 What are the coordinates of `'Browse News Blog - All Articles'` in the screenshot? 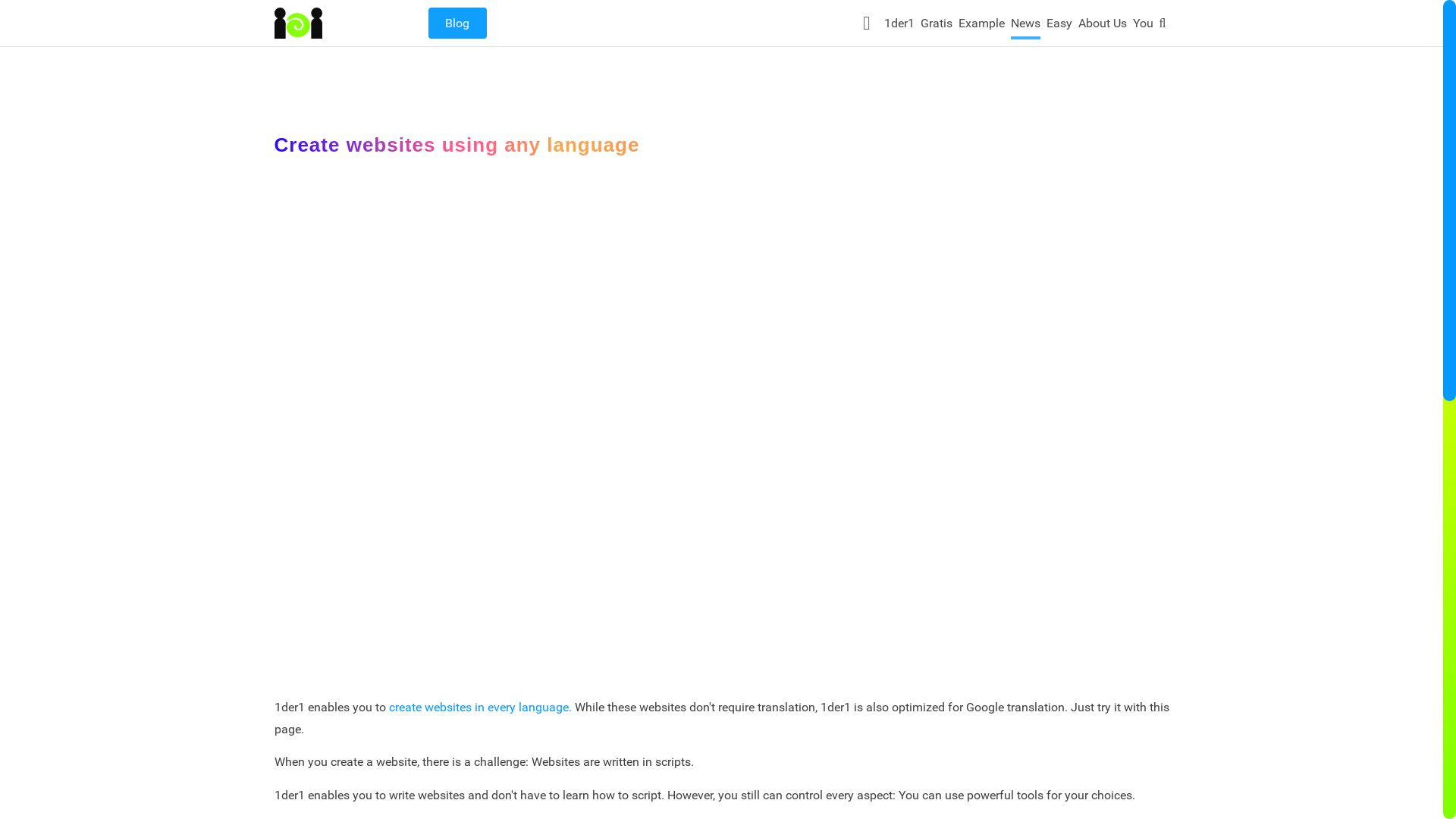 It's located at (427, 23).